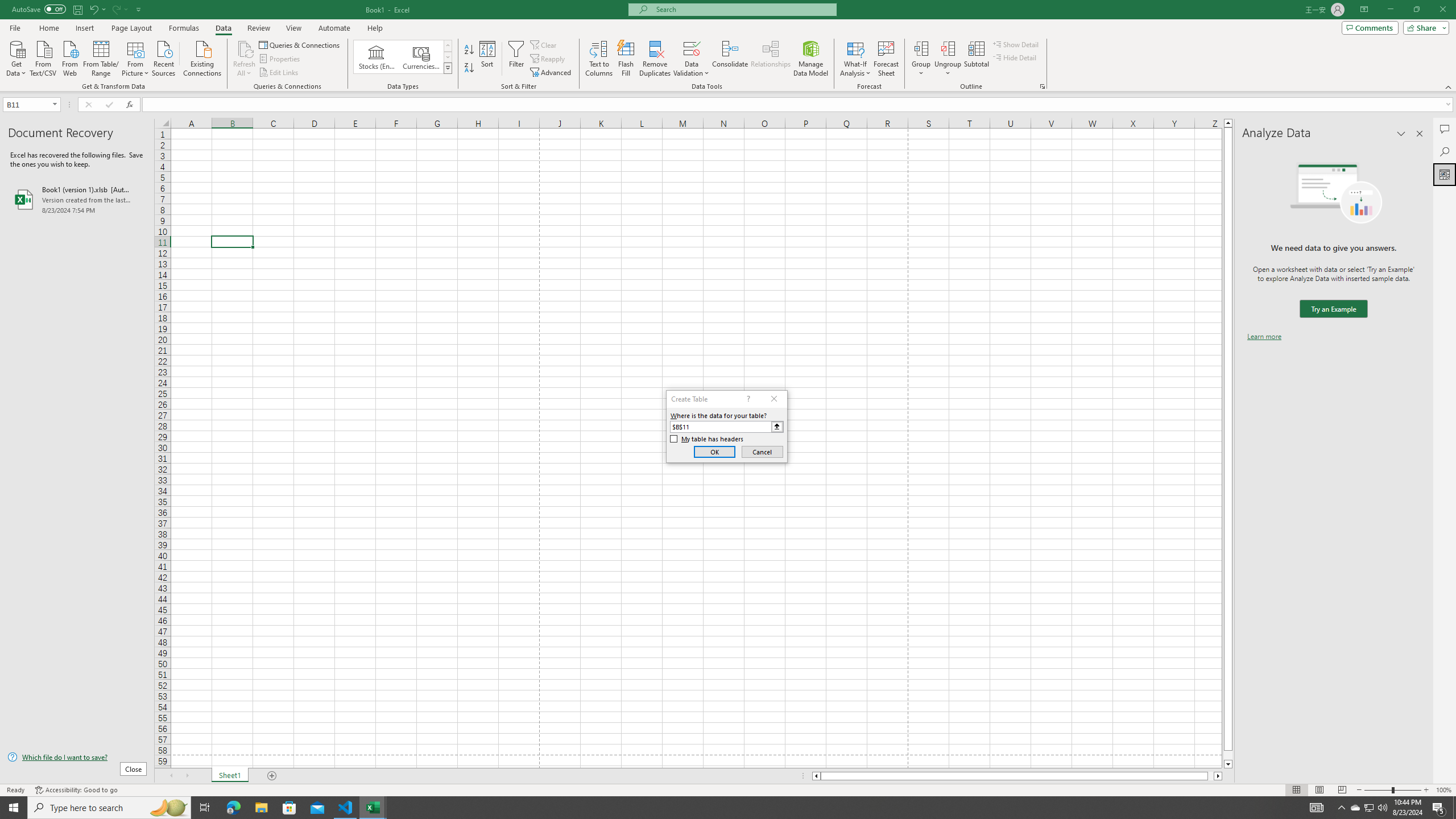 The image size is (1456, 819). What do you see at coordinates (76, 198) in the screenshot?
I see `'Book1 (version 1).xlsb  [AutoRecovered]'` at bounding box center [76, 198].